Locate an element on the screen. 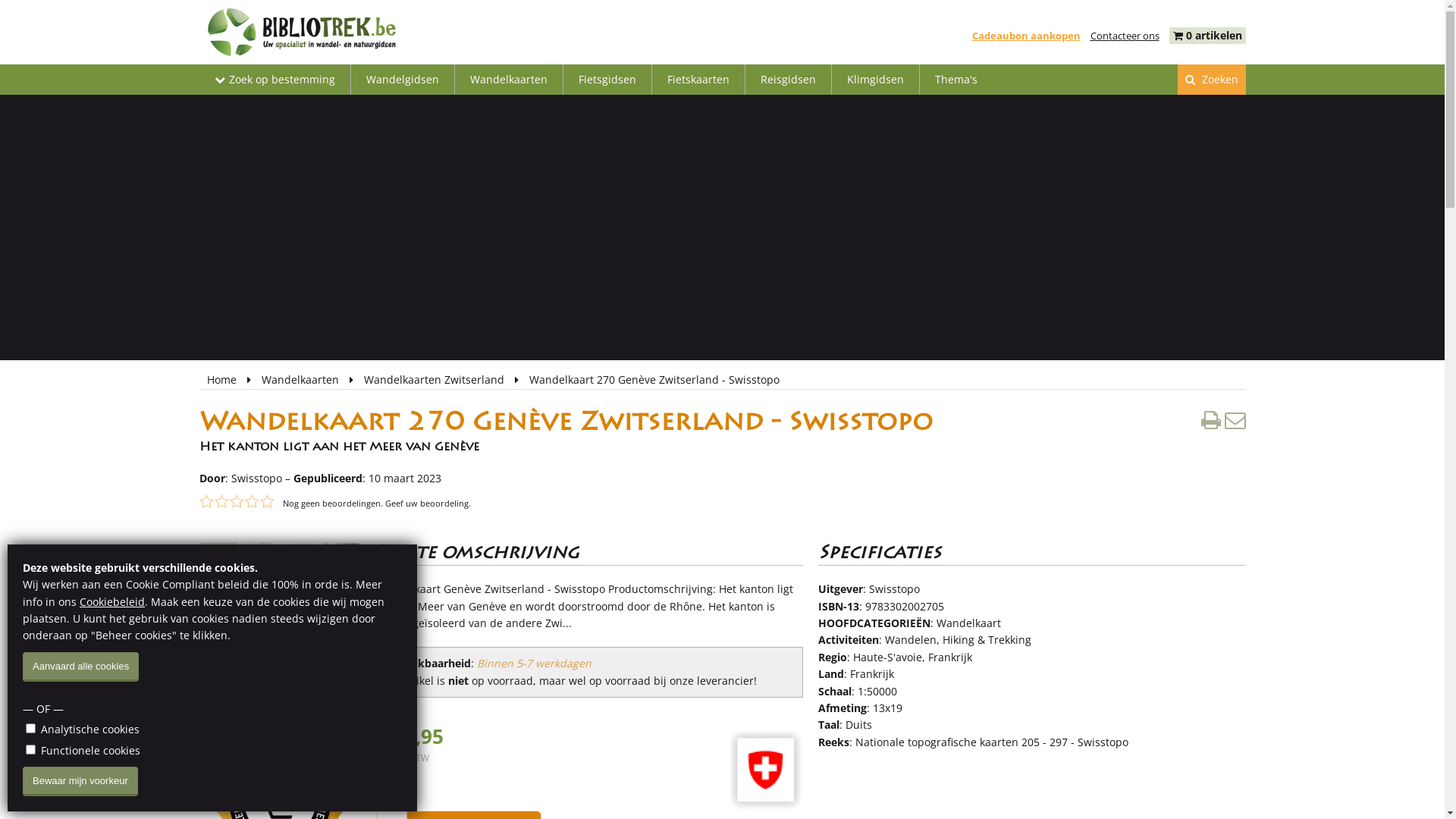  'Aanvaard alle cookies' is located at coordinates (80, 666).